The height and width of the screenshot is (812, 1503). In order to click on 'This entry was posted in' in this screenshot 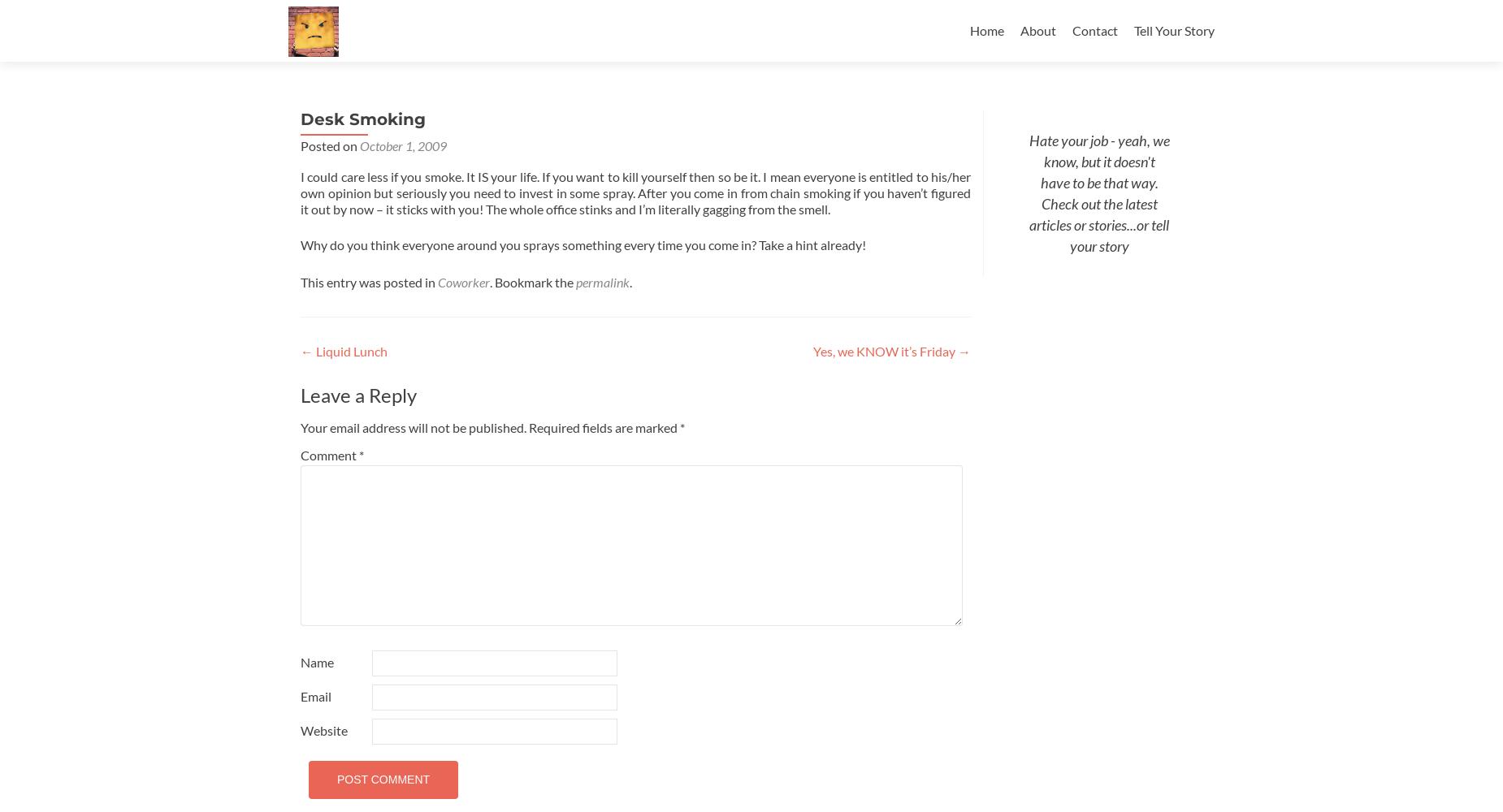, I will do `click(368, 281)`.